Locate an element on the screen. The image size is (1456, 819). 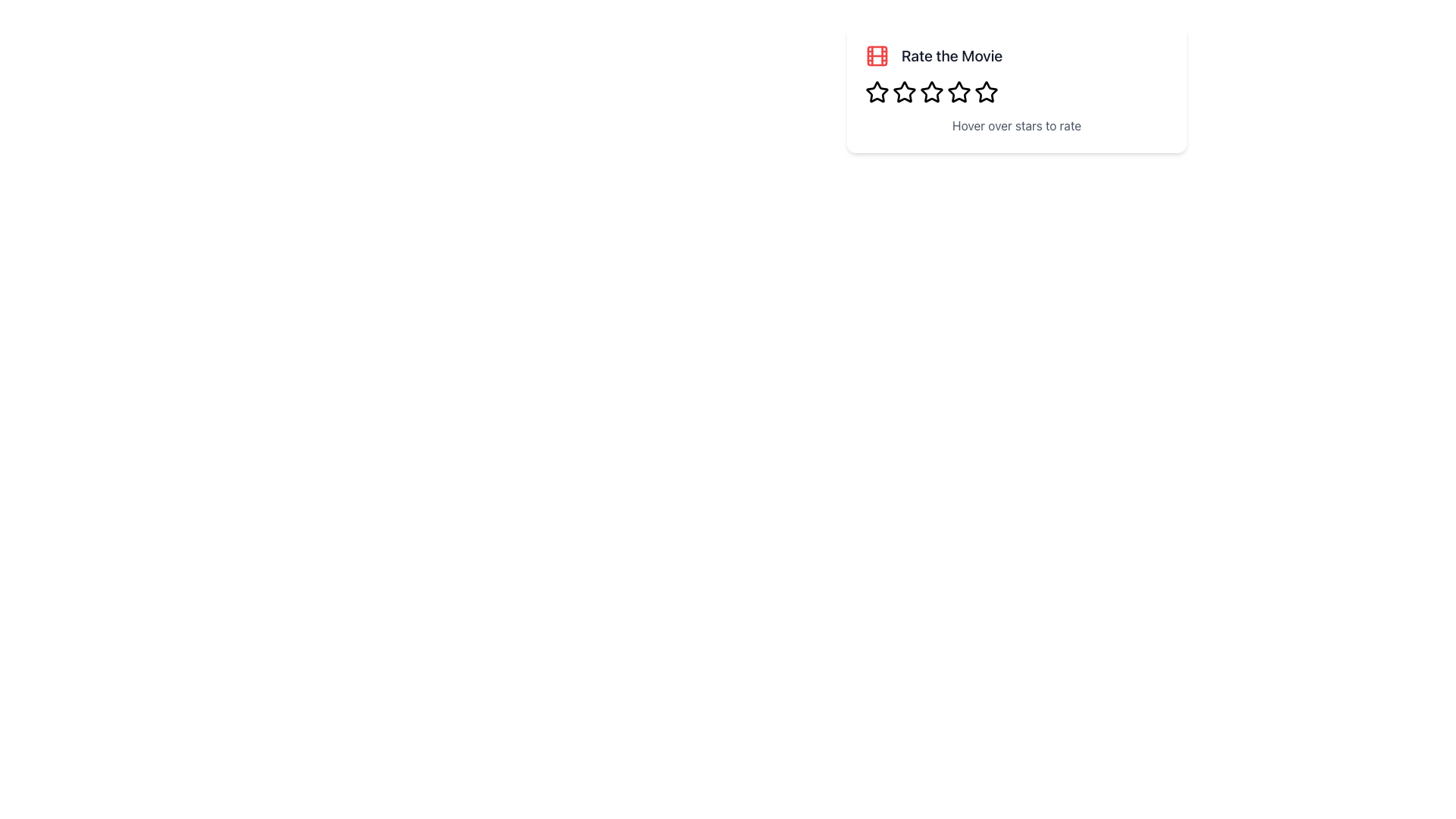
the static text label displaying 'Rate the Movie', which is styled with a large font size and a medium font weight, located to the right of a film reel icon is located at coordinates (951, 55).